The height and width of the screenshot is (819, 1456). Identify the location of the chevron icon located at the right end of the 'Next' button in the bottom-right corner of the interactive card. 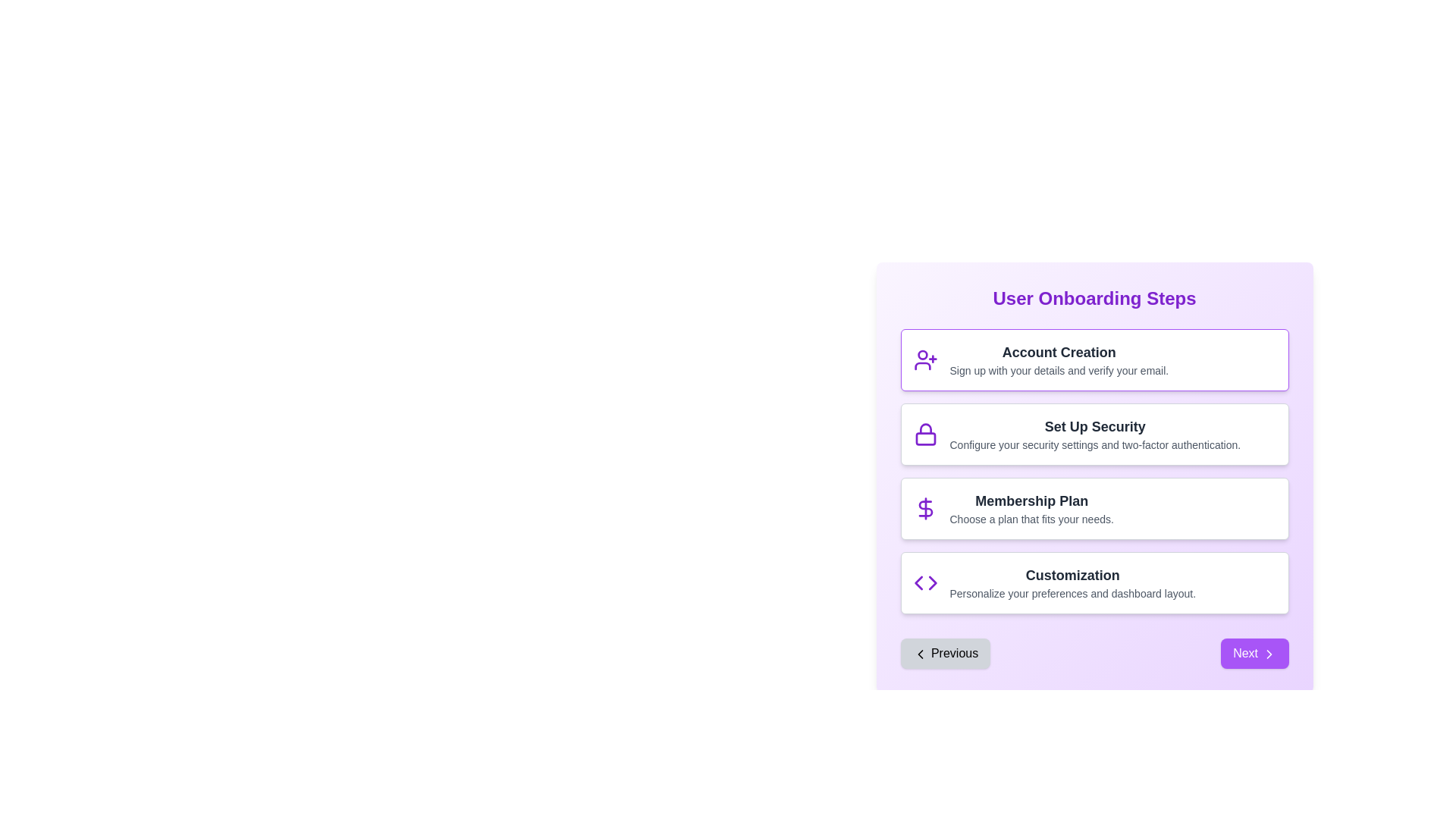
(1269, 653).